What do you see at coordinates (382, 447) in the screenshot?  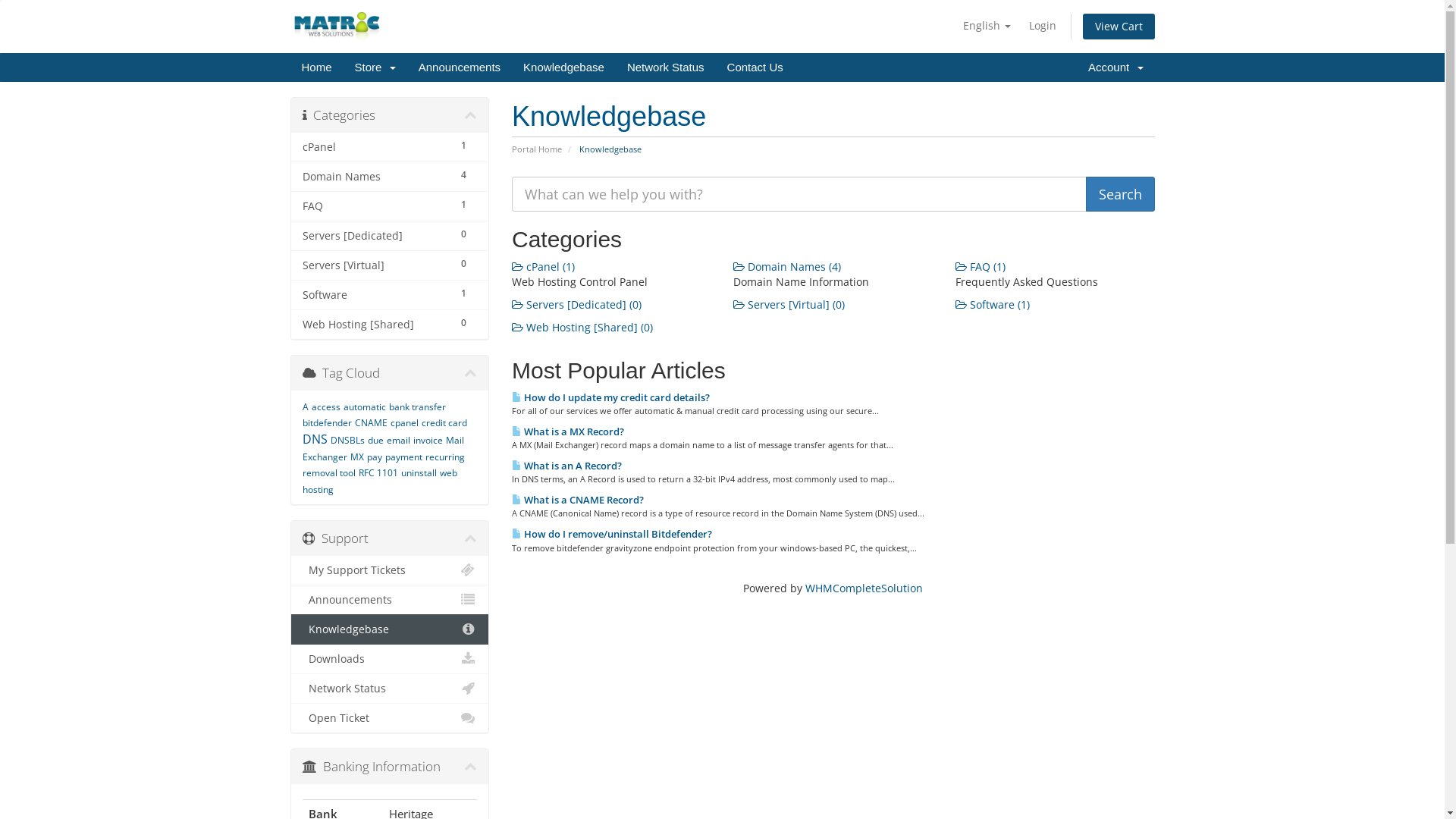 I see `'Mail Exchanger'` at bounding box center [382, 447].